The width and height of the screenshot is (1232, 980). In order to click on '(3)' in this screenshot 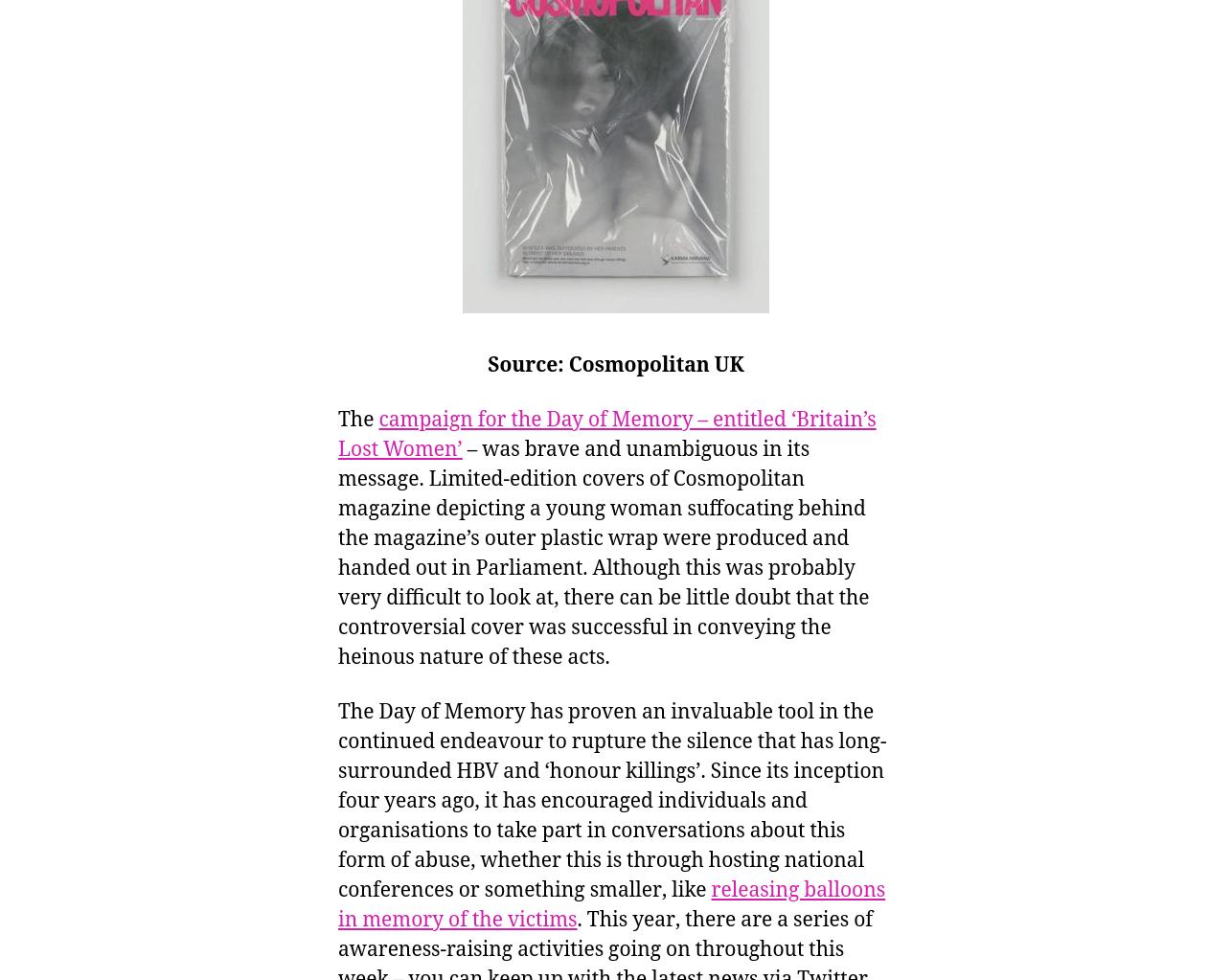, I will do `click(290, 44)`.